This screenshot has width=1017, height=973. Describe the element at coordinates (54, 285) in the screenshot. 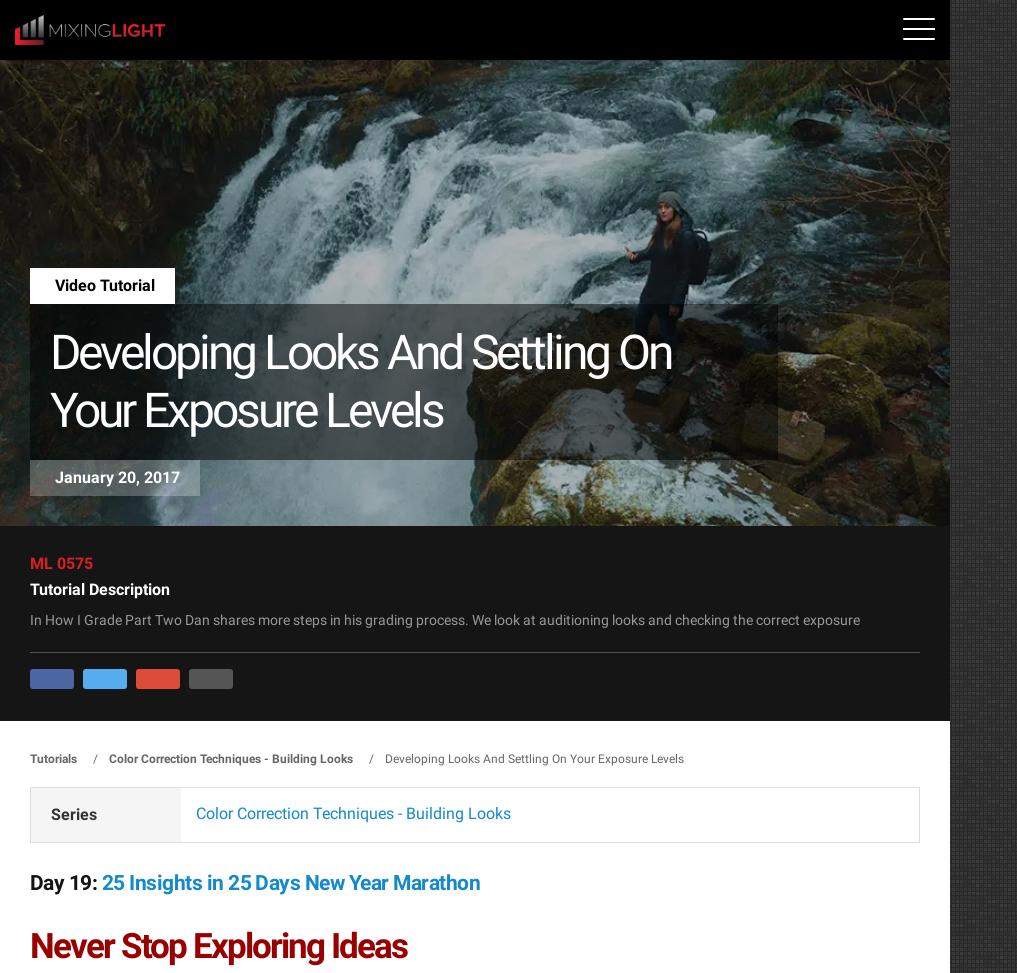

I see `'Video Tutorial'` at that location.